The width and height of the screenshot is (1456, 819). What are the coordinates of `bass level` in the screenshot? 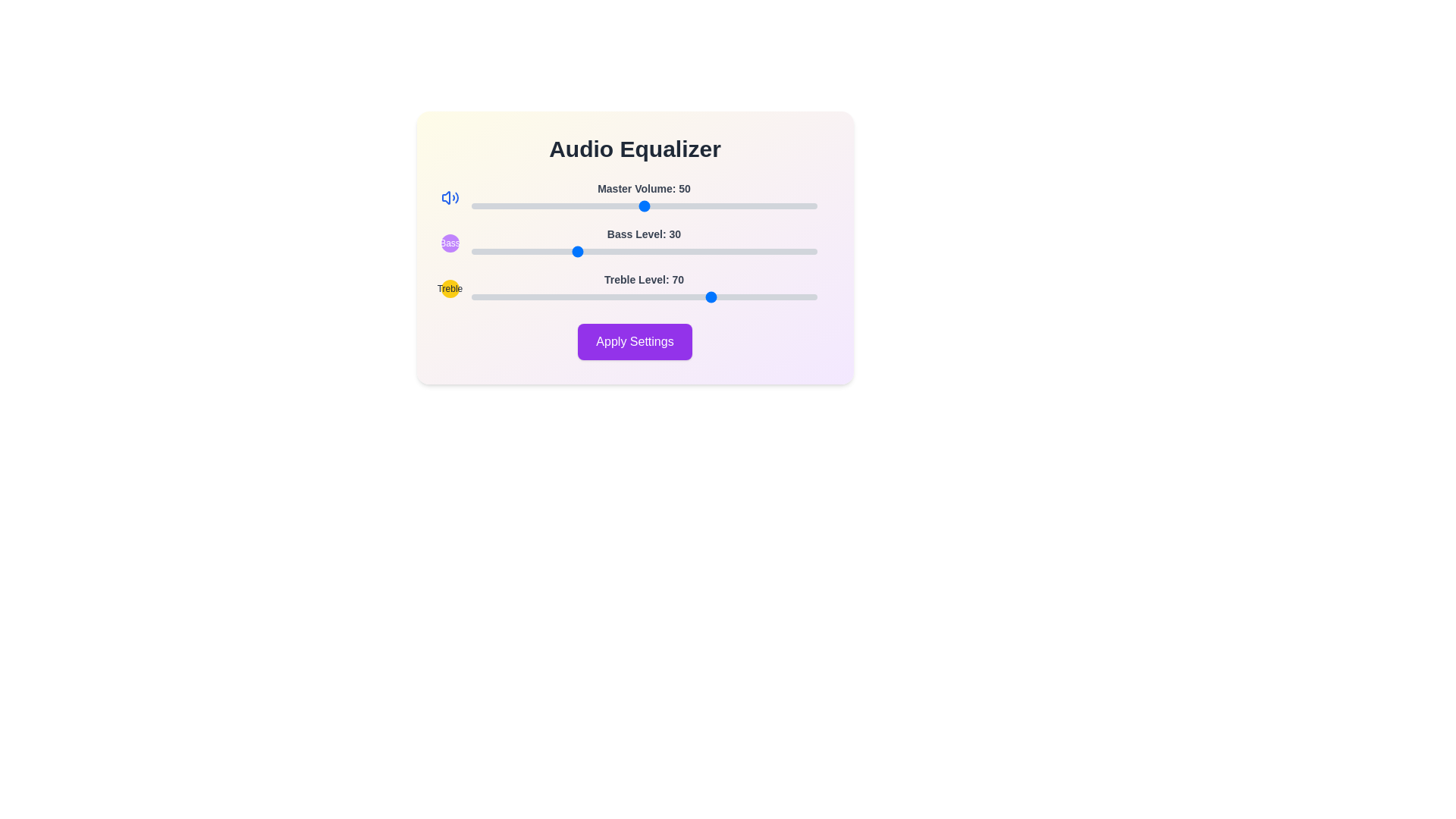 It's located at (723, 250).